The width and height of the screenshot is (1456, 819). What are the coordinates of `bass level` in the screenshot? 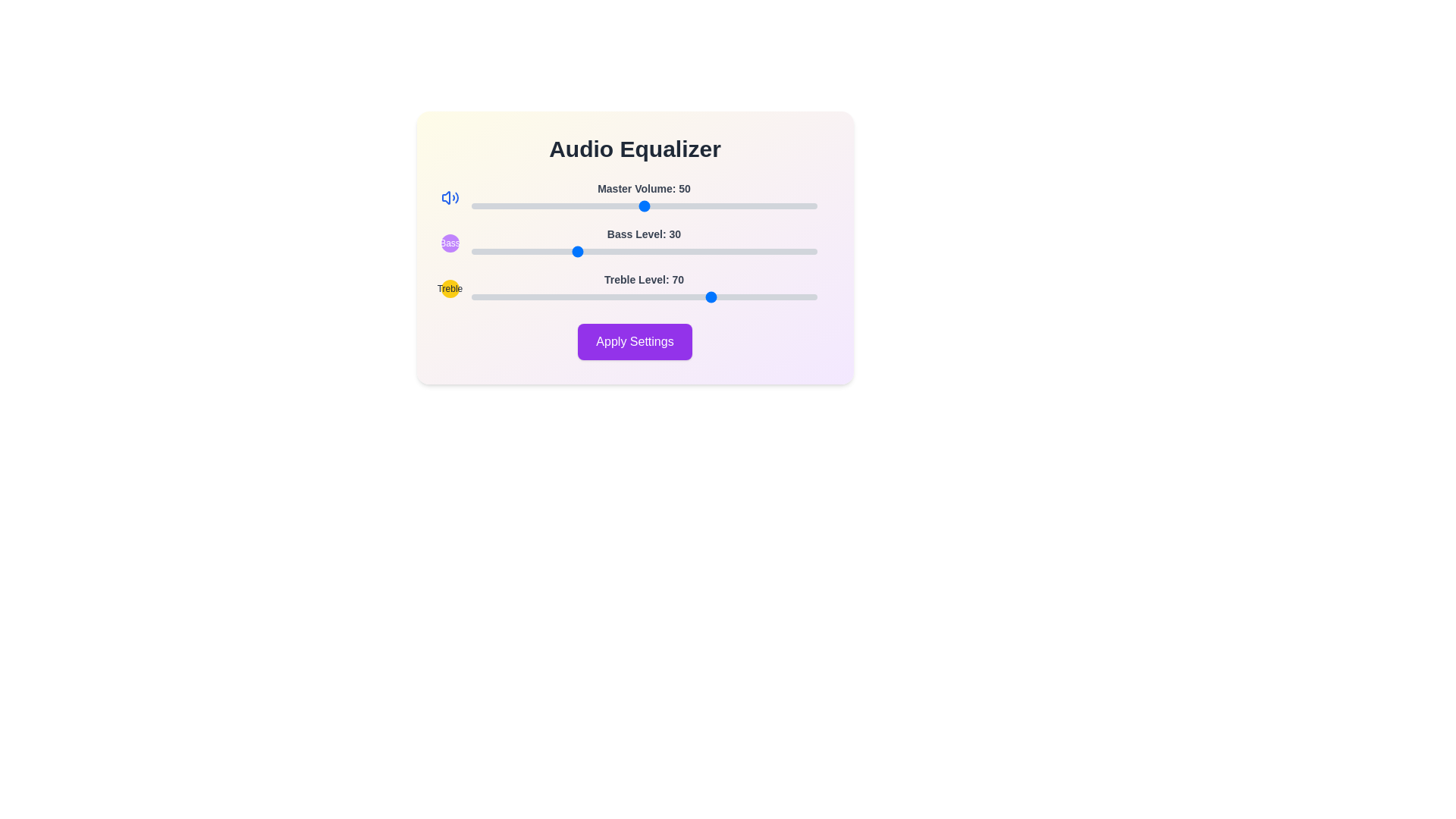 It's located at (723, 250).